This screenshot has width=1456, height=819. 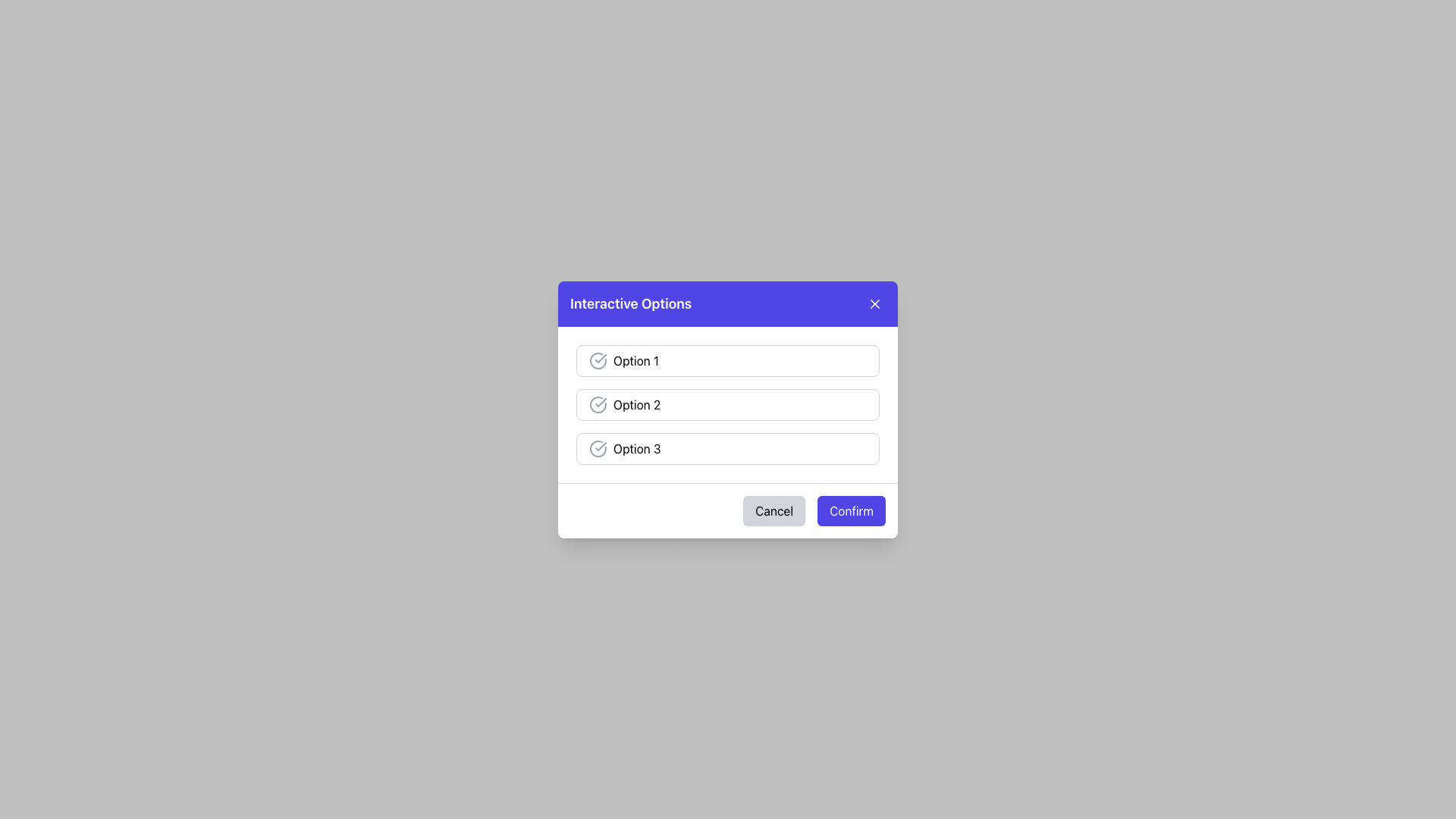 I want to click on the checked state icon of 'Option 2' checkbox, which visually indicates that the option is selected, so click(x=600, y=358).